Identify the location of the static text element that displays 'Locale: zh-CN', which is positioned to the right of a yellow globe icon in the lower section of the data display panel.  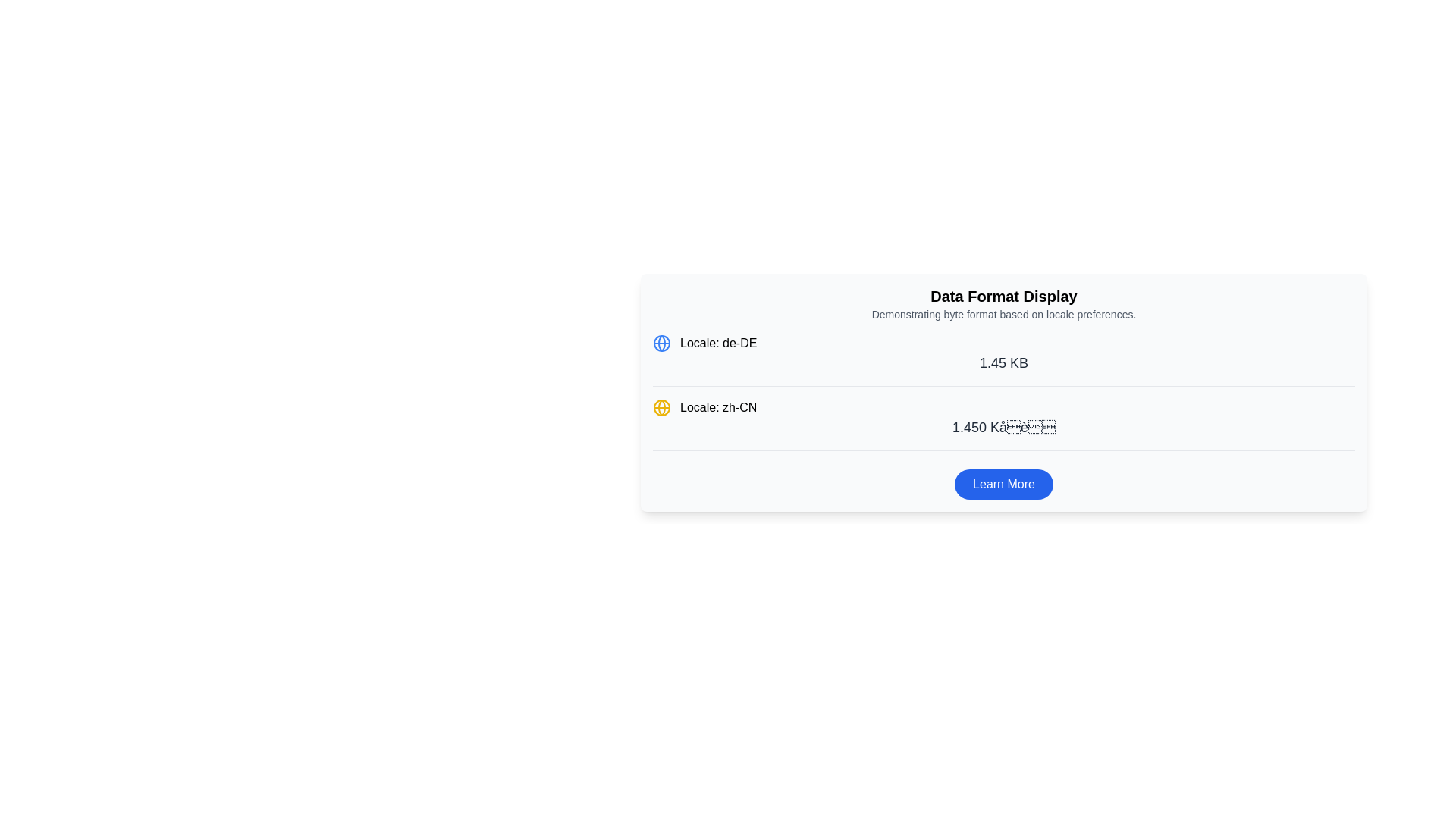
(717, 406).